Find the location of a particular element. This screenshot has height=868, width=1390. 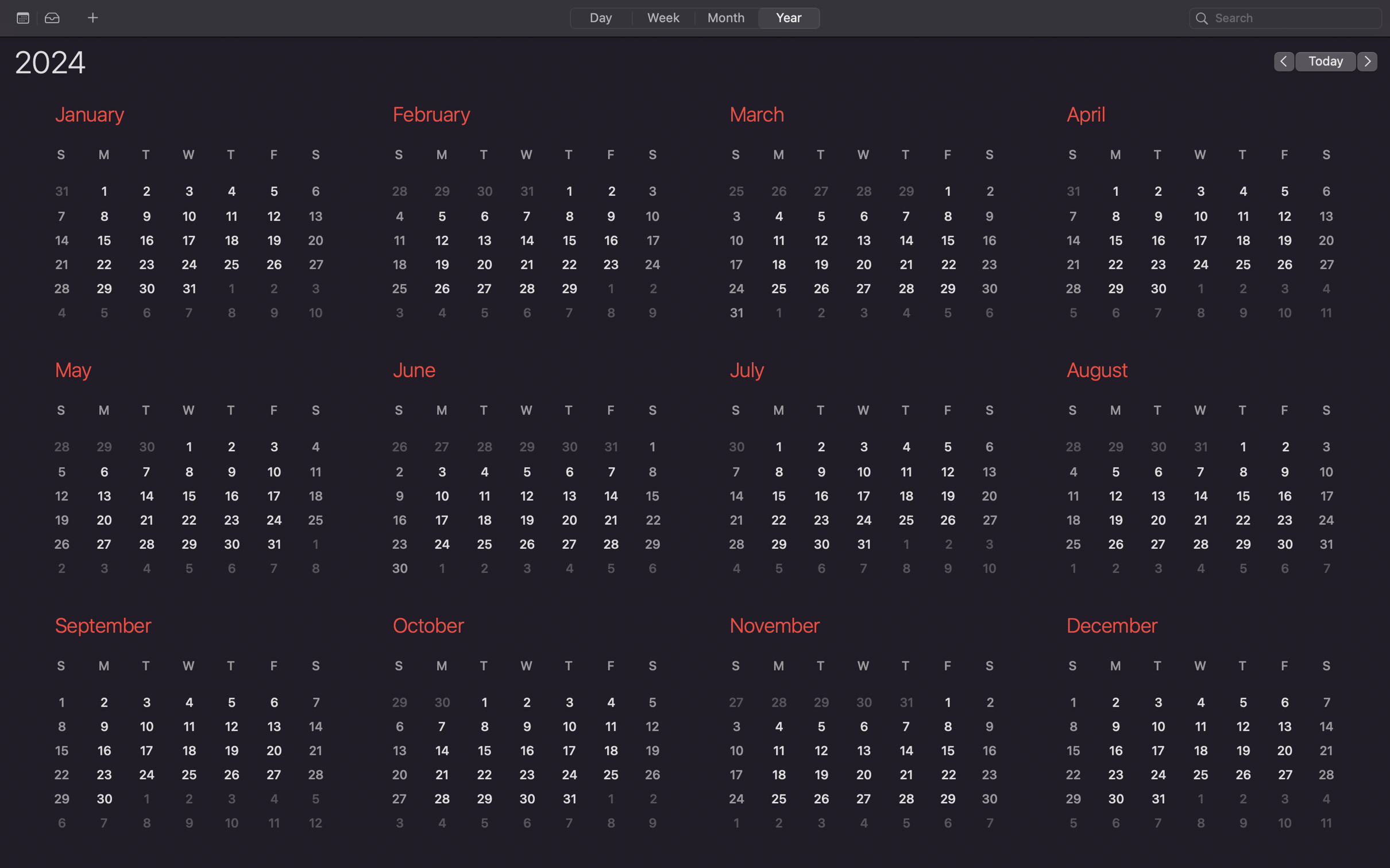

the February month on the calendar to browse its activities is located at coordinates (523, 216).